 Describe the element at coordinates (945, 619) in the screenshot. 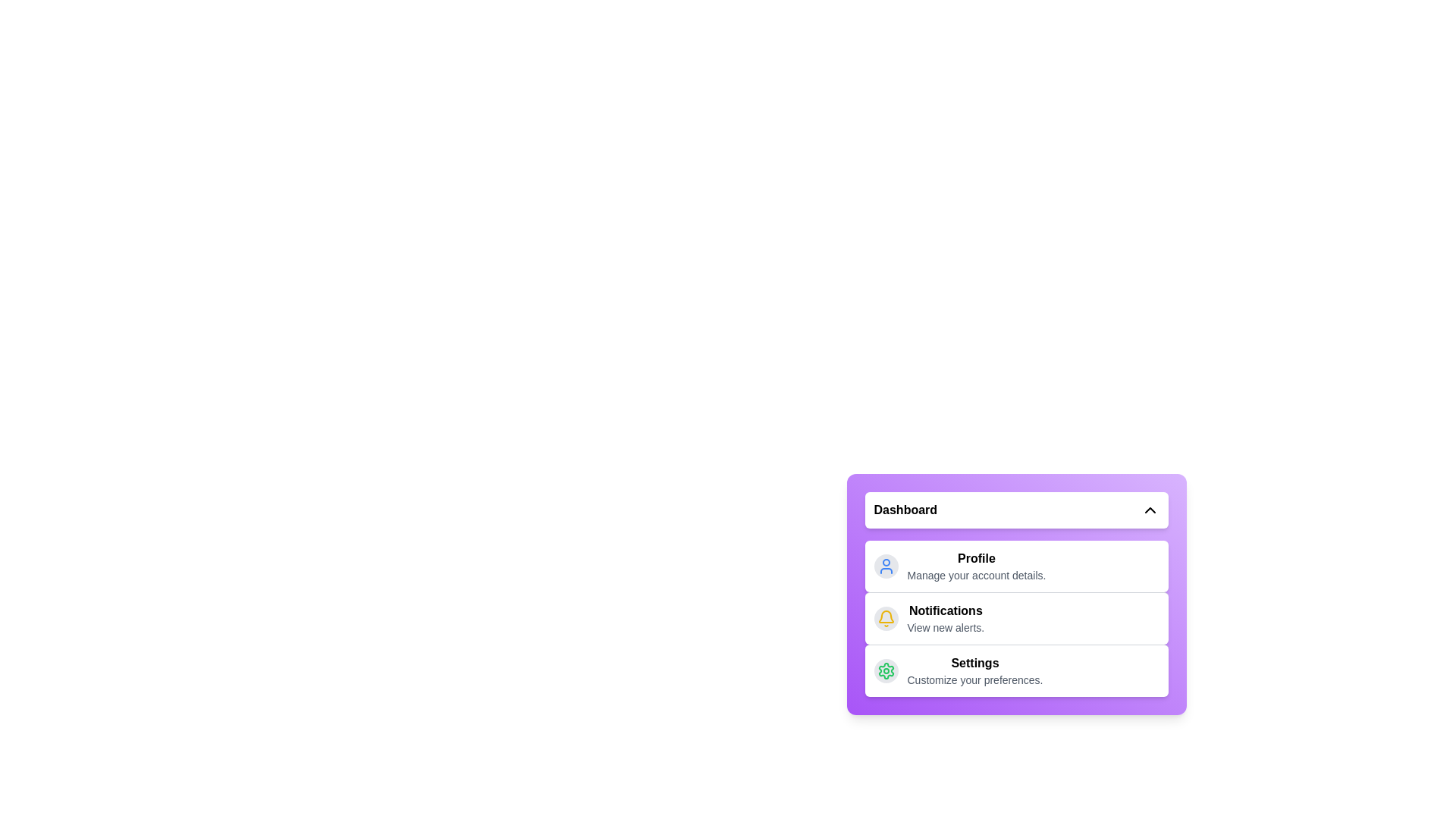

I see `the menu item Notifications to navigate to its content` at that location.